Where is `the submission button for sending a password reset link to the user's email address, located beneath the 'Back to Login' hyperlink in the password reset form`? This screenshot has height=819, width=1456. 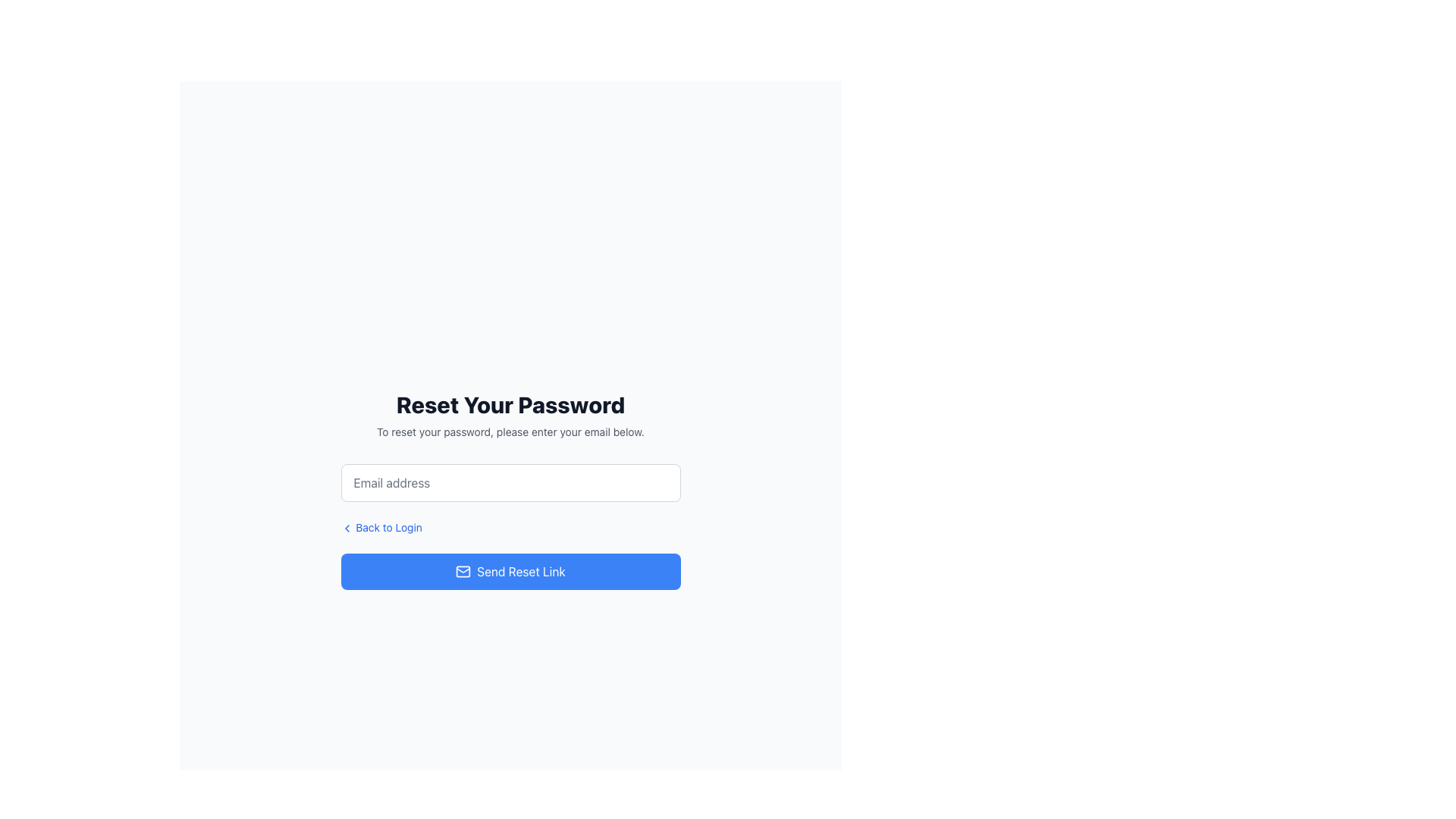 the submission button for sending a password reset link to the user's email address, located beneath the 'Back to Login' hyperlink in the password reset form is located at coordinates (510, 526).